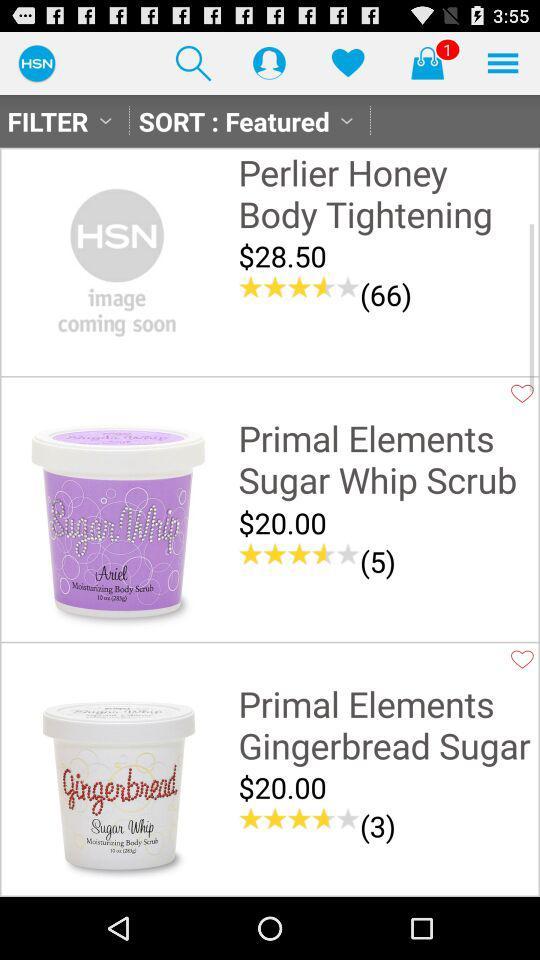 The height and width of the screenshot is (960, 540). What do you see at coordinates (269, 62) in the screenshot?
I see `profile button` at bounding box center [269, 62].